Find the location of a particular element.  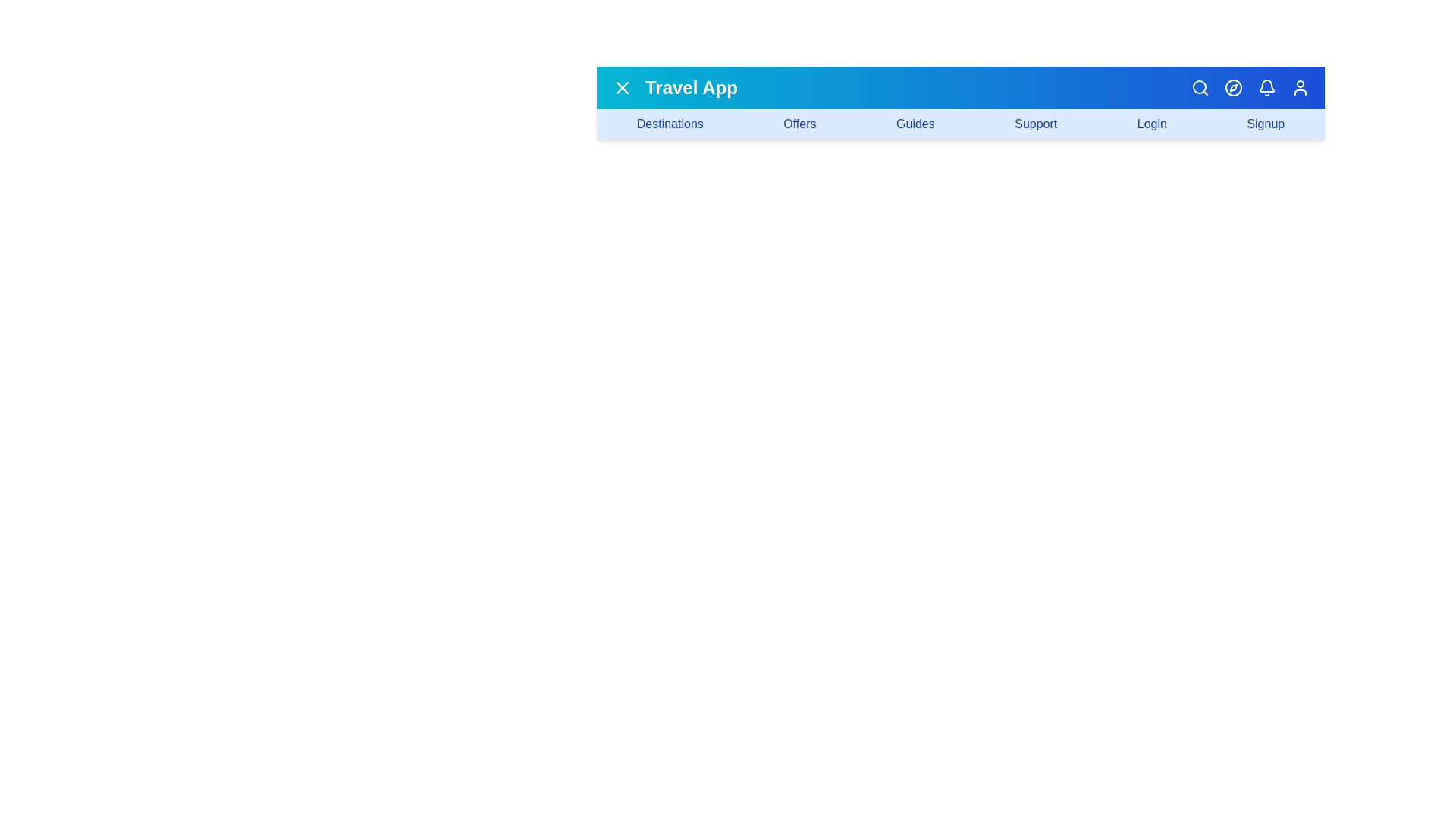

the menu item Guides to observe visual feedback is located at coordinates (914, 124).